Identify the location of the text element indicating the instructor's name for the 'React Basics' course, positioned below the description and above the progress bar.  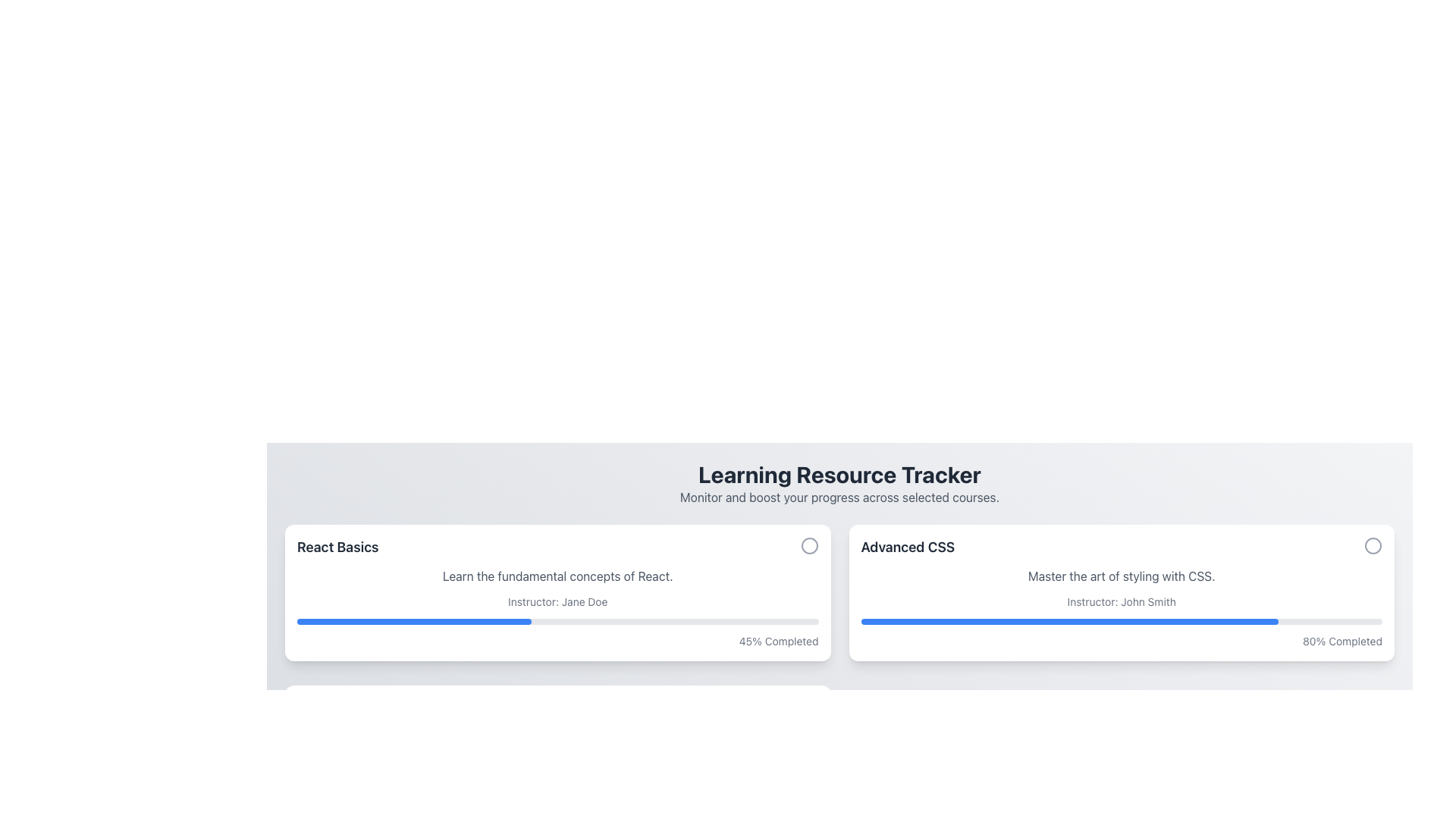
(557, 601).